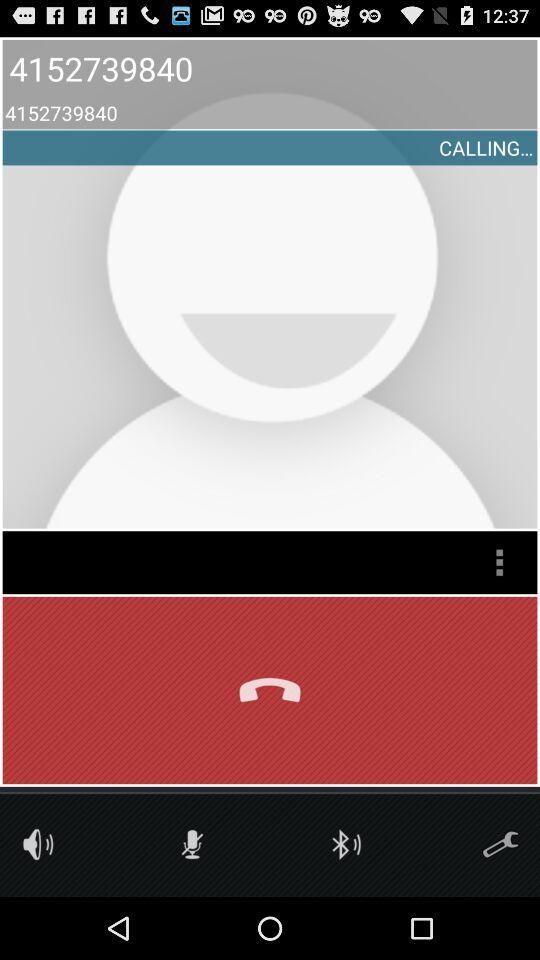  Describe the element at coordinates (499, 843) in the screenshot. I see `tools icon to help you` at that location.